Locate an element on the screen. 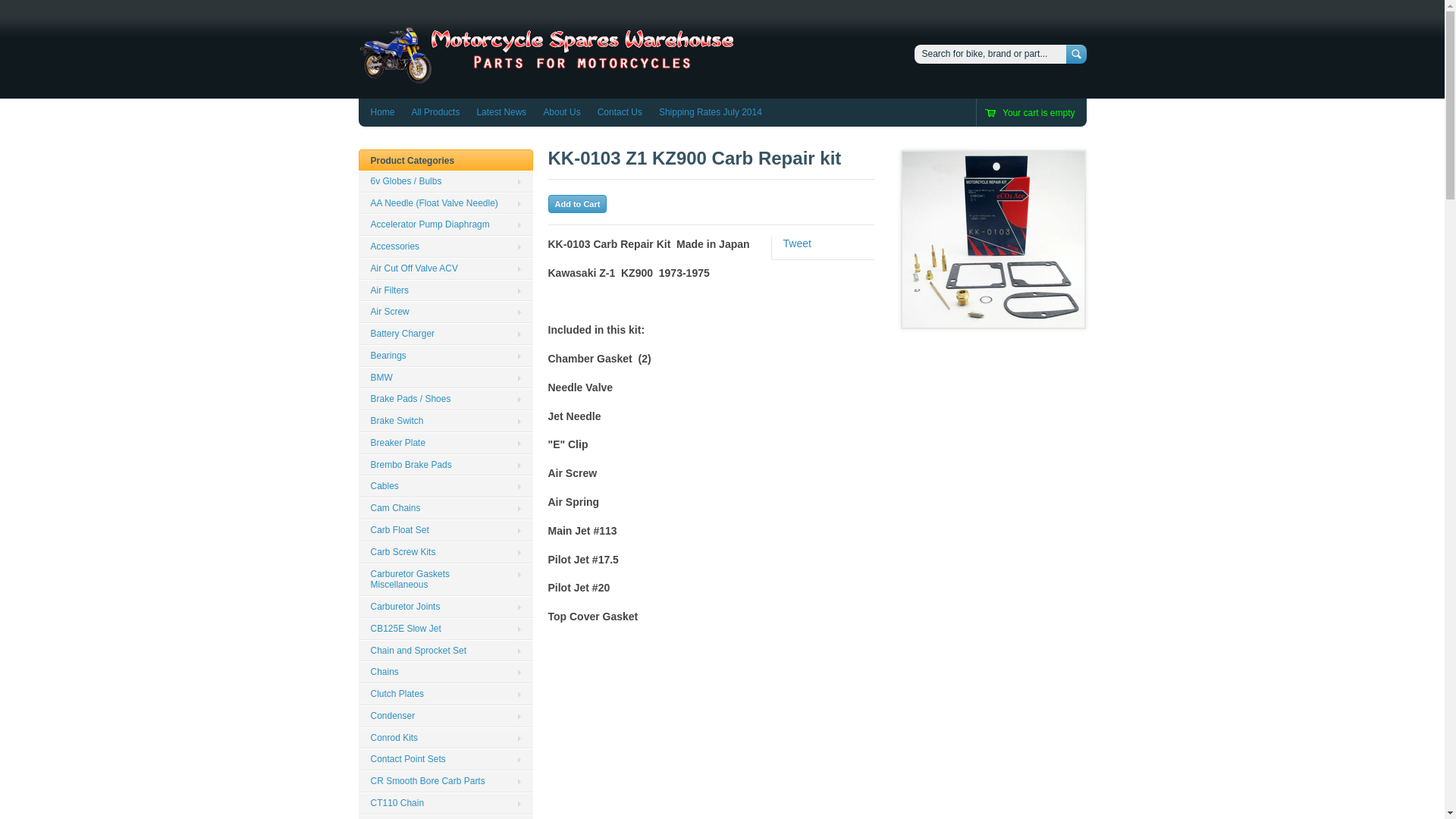 Image resolution: width=1456 pixels, height=819 pixels. 'Carburetor Gaskets Miscellaneous' is located at coordinates (444, 579).